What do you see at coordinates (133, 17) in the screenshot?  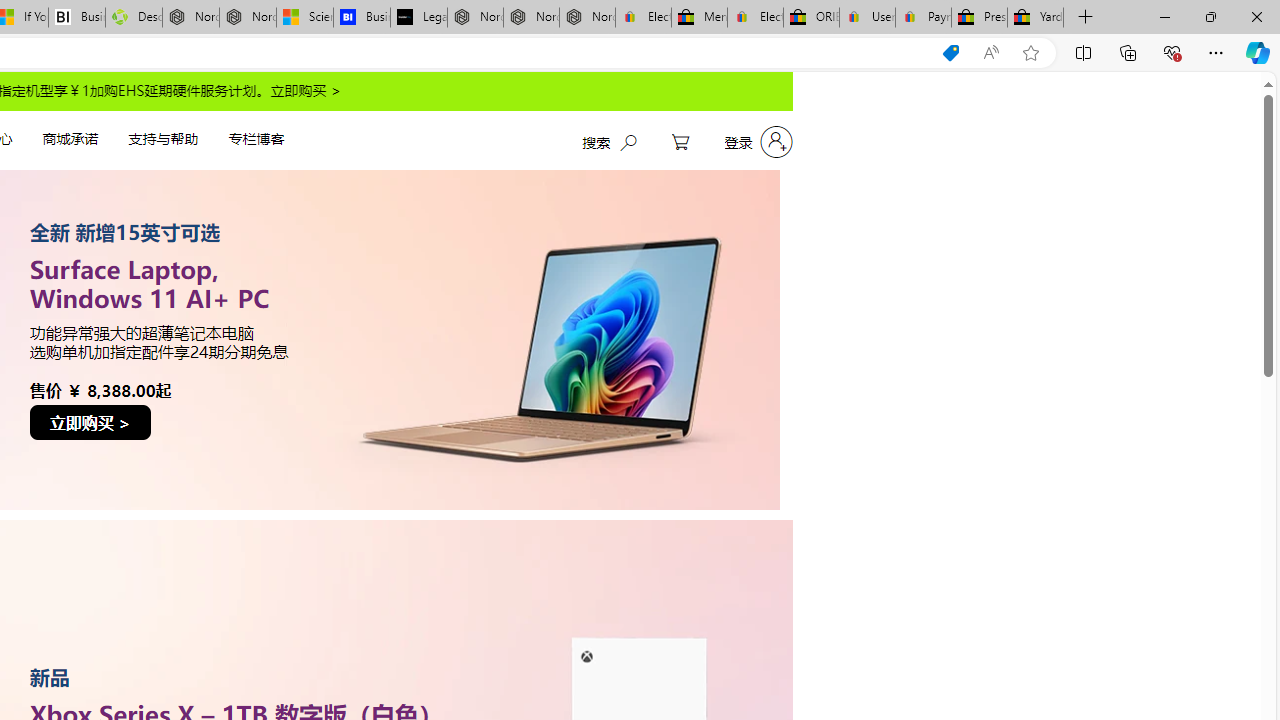 I see `'Descarga Driver Updater'` at bounding box center [133, 17].